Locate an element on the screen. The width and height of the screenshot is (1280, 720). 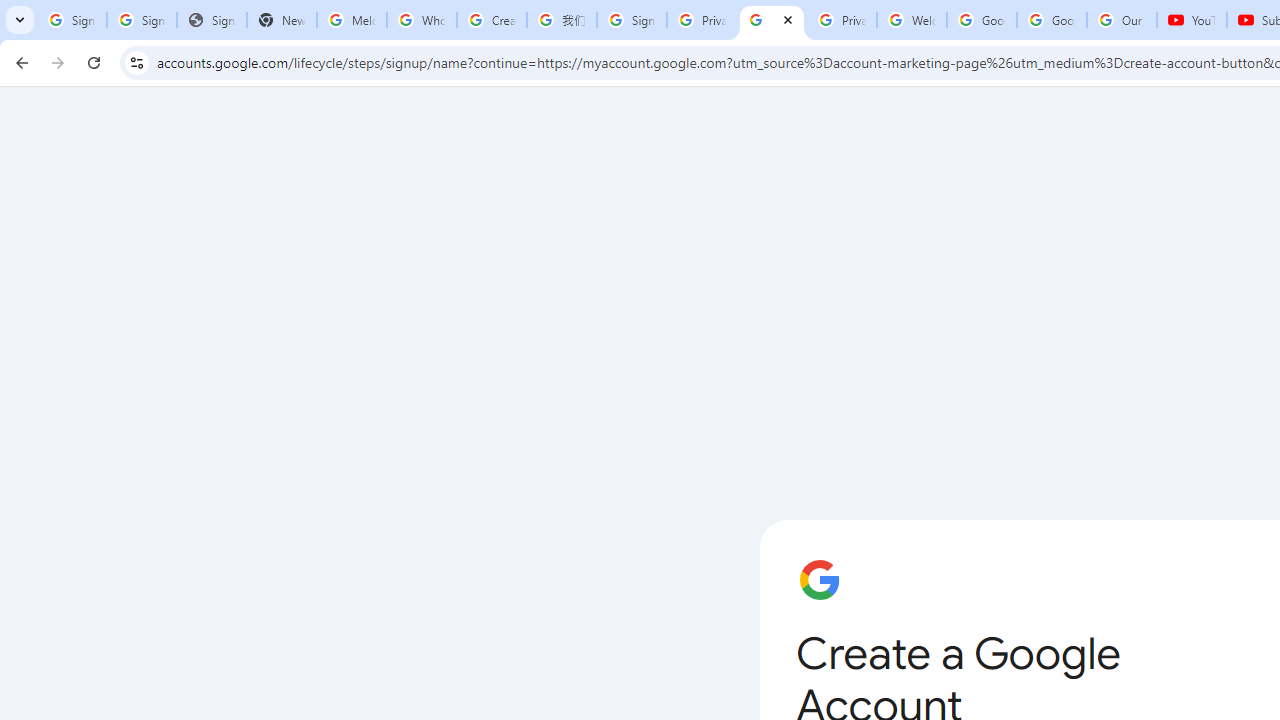
'YouTube' is located at coordinates (1192, 20).